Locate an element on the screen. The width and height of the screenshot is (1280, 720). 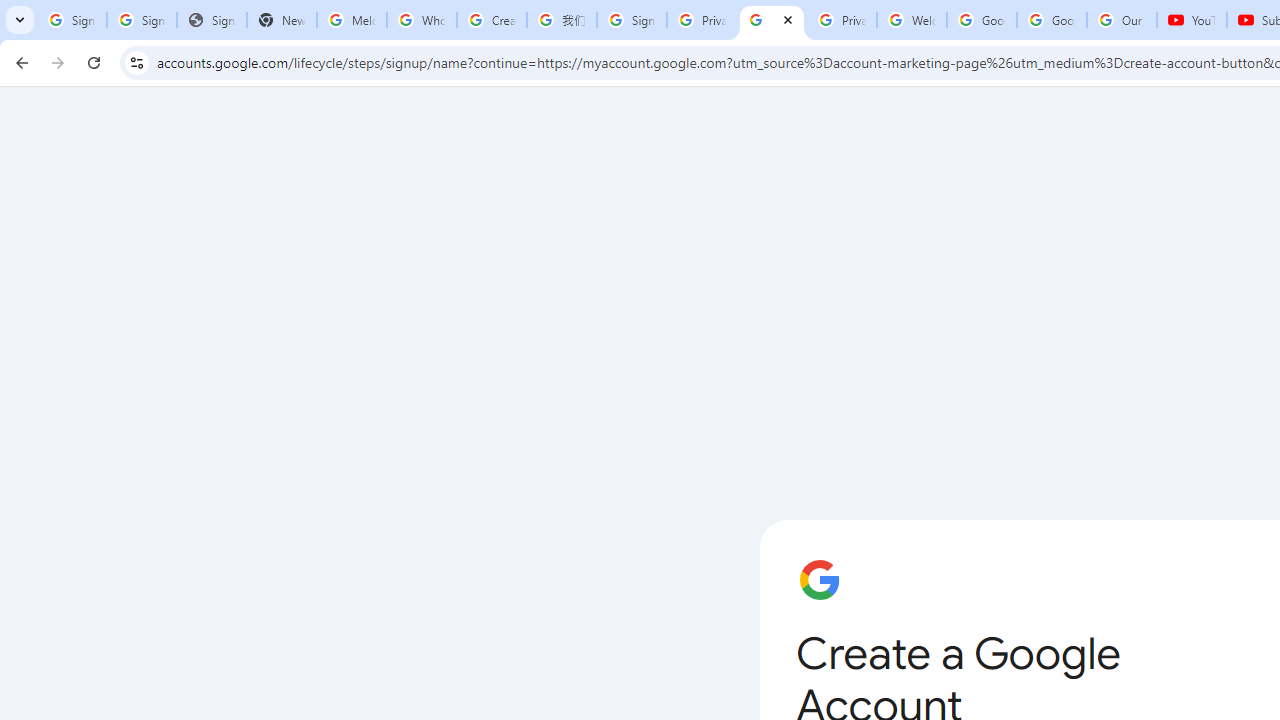
'YouTube' is located at coordinates (1192, 20).